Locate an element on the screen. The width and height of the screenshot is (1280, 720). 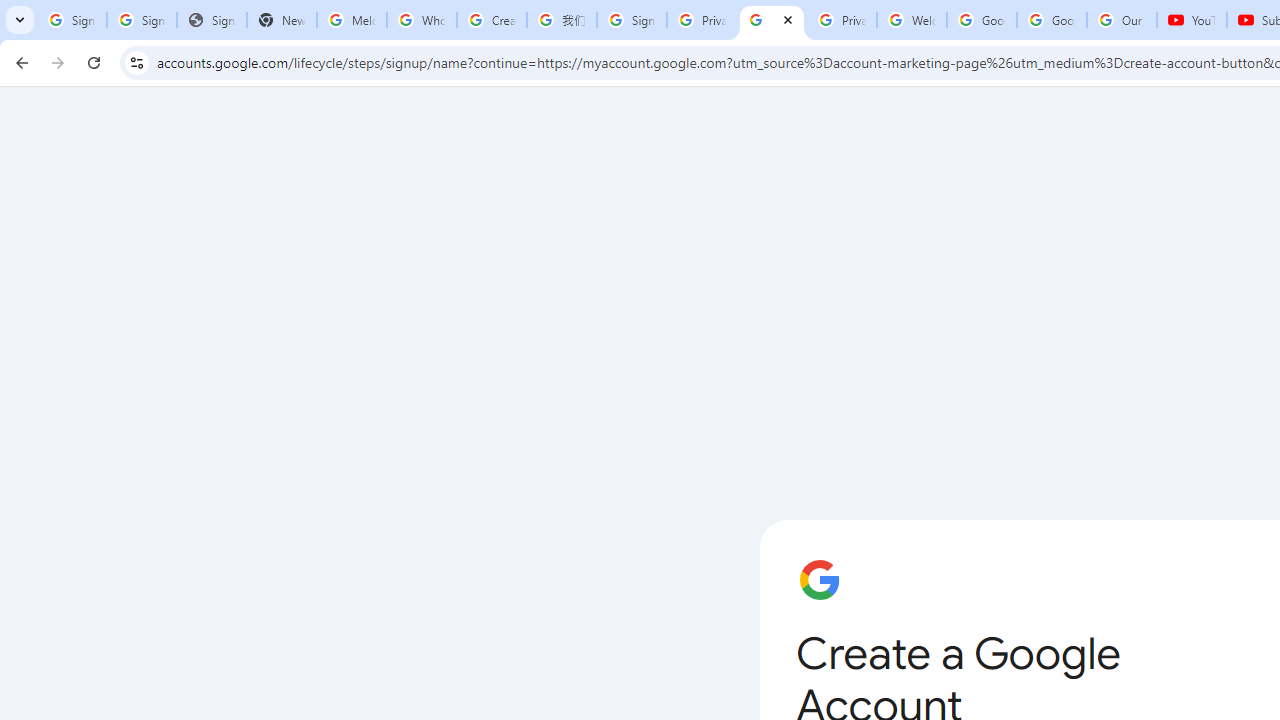
'YouTube' is located at coordinates (1192, 20).